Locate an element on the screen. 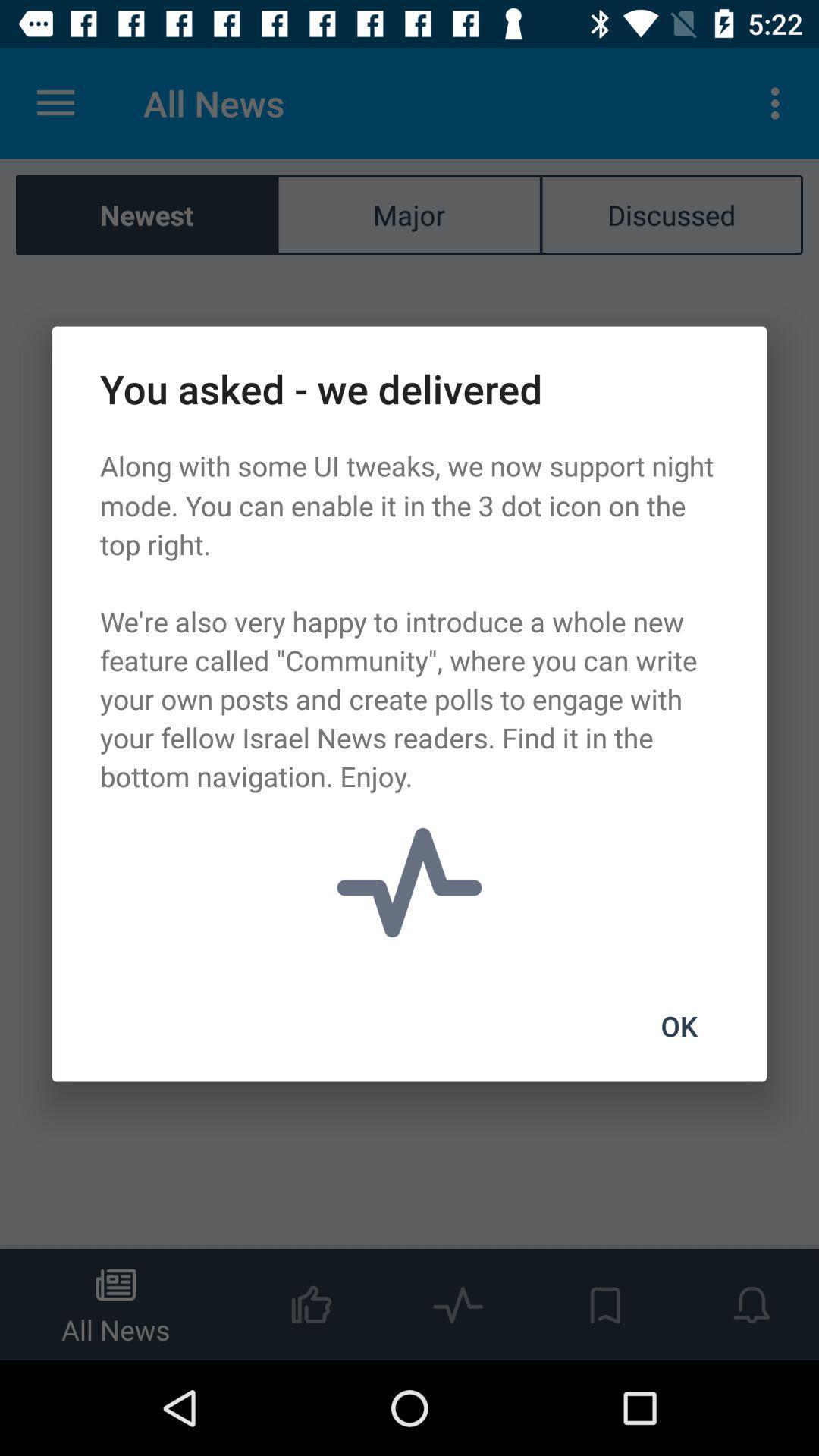 The height and width of the screenshot is (1456, 819). the item at the bottom right corner is located at coordinates (678, 1026).